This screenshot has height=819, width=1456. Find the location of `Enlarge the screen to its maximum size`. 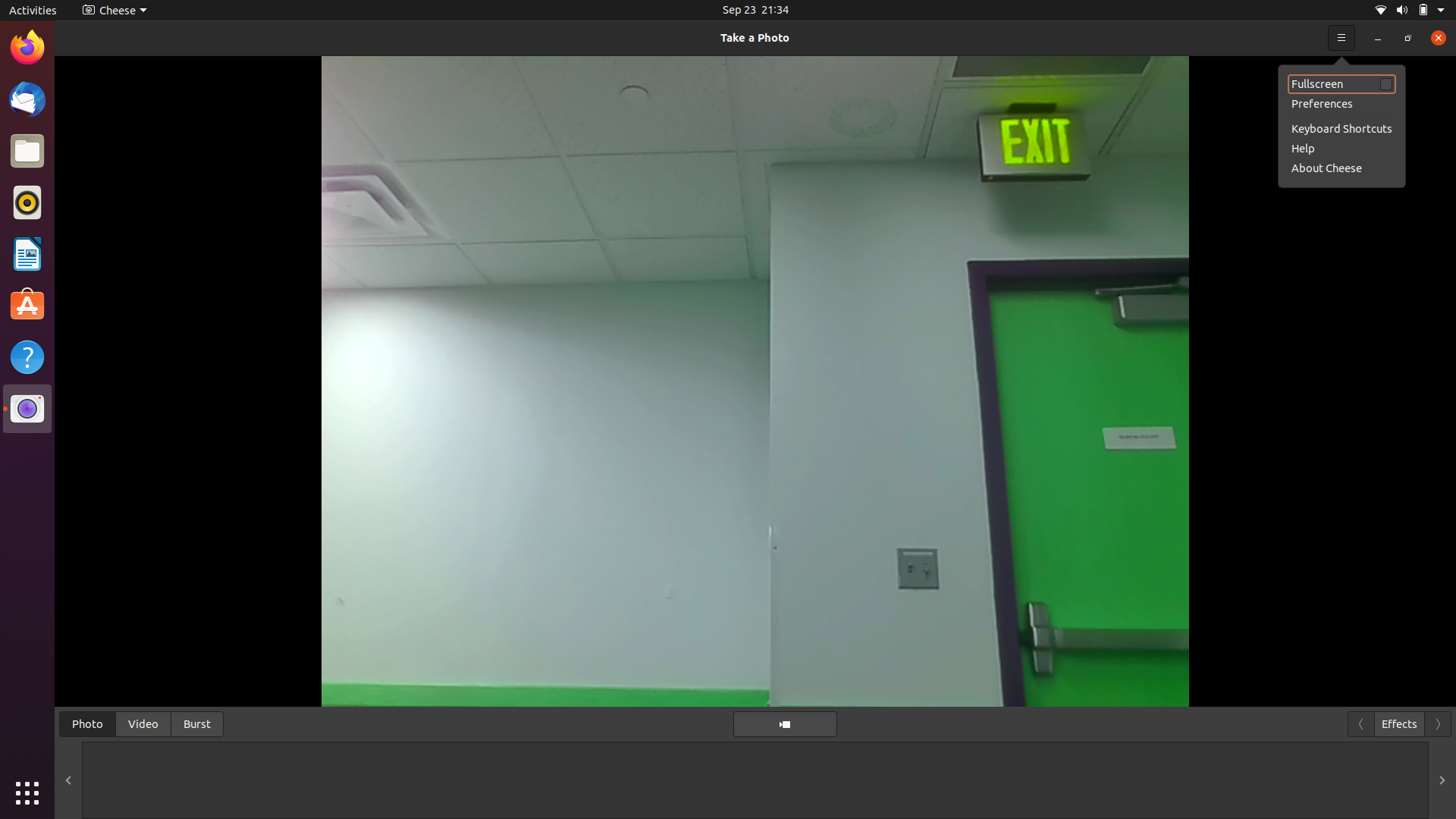

Enlarge the screen to its maximum size is located at coordinates (1407, 37).